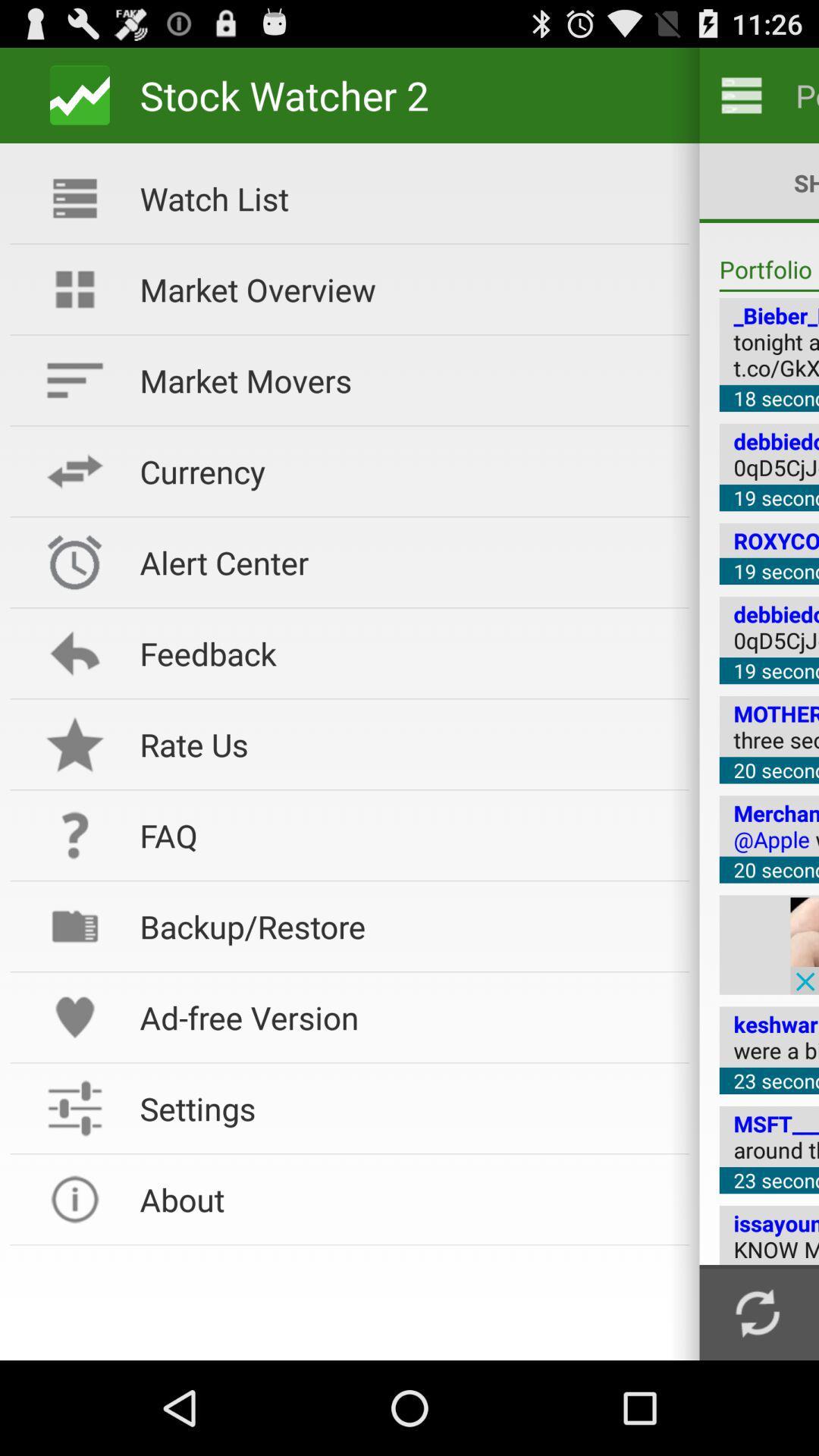 The width and height of the screenshot is (819, 1456). I want to click on see advertisement, so click(804, 944).